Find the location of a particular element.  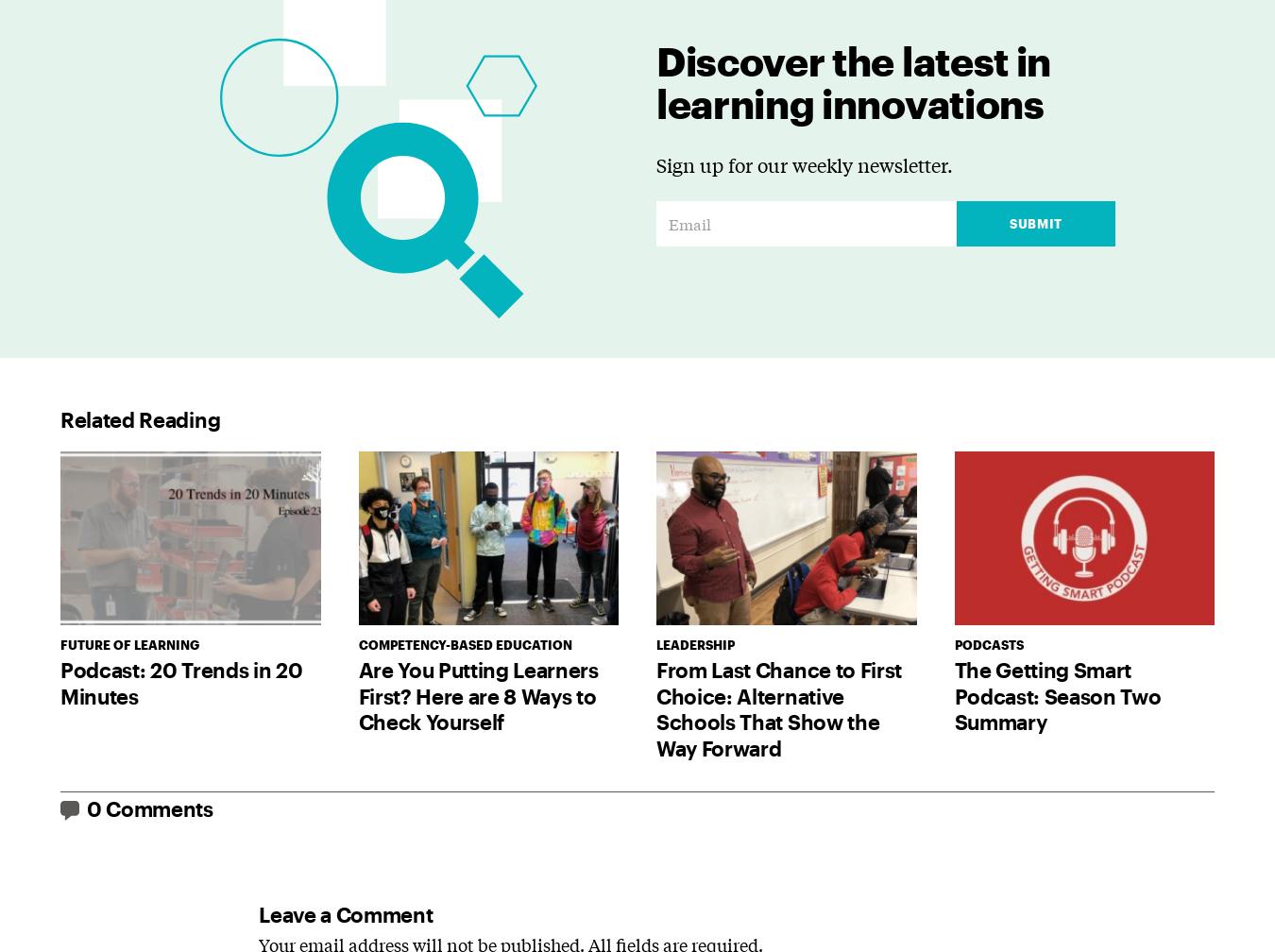

'Leave a Comment' is located at coordinates (345, 912).